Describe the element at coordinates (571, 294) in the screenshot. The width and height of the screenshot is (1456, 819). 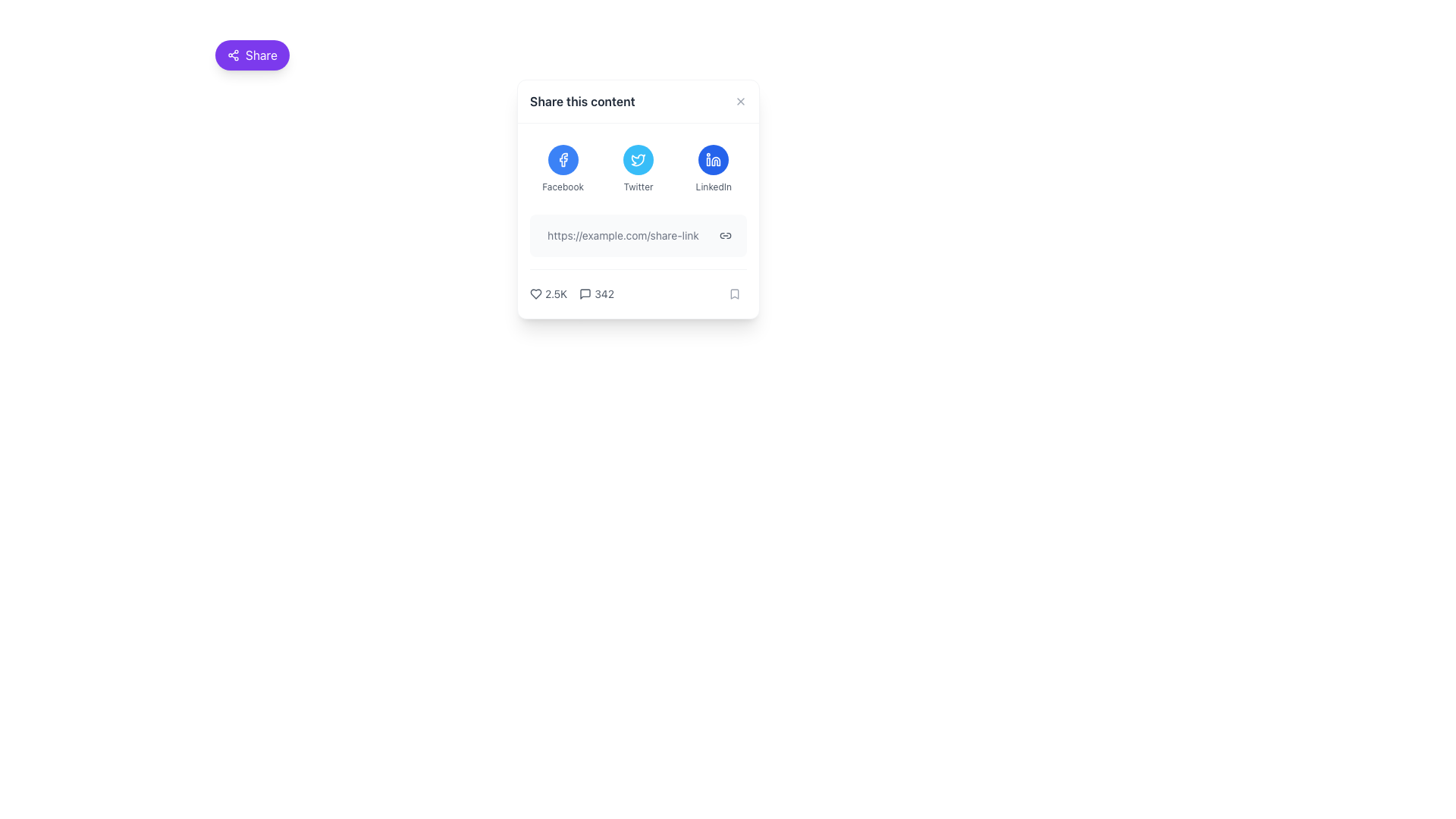
I see `the heart icon in the interactive icons and text counts component to like the content` at that location.